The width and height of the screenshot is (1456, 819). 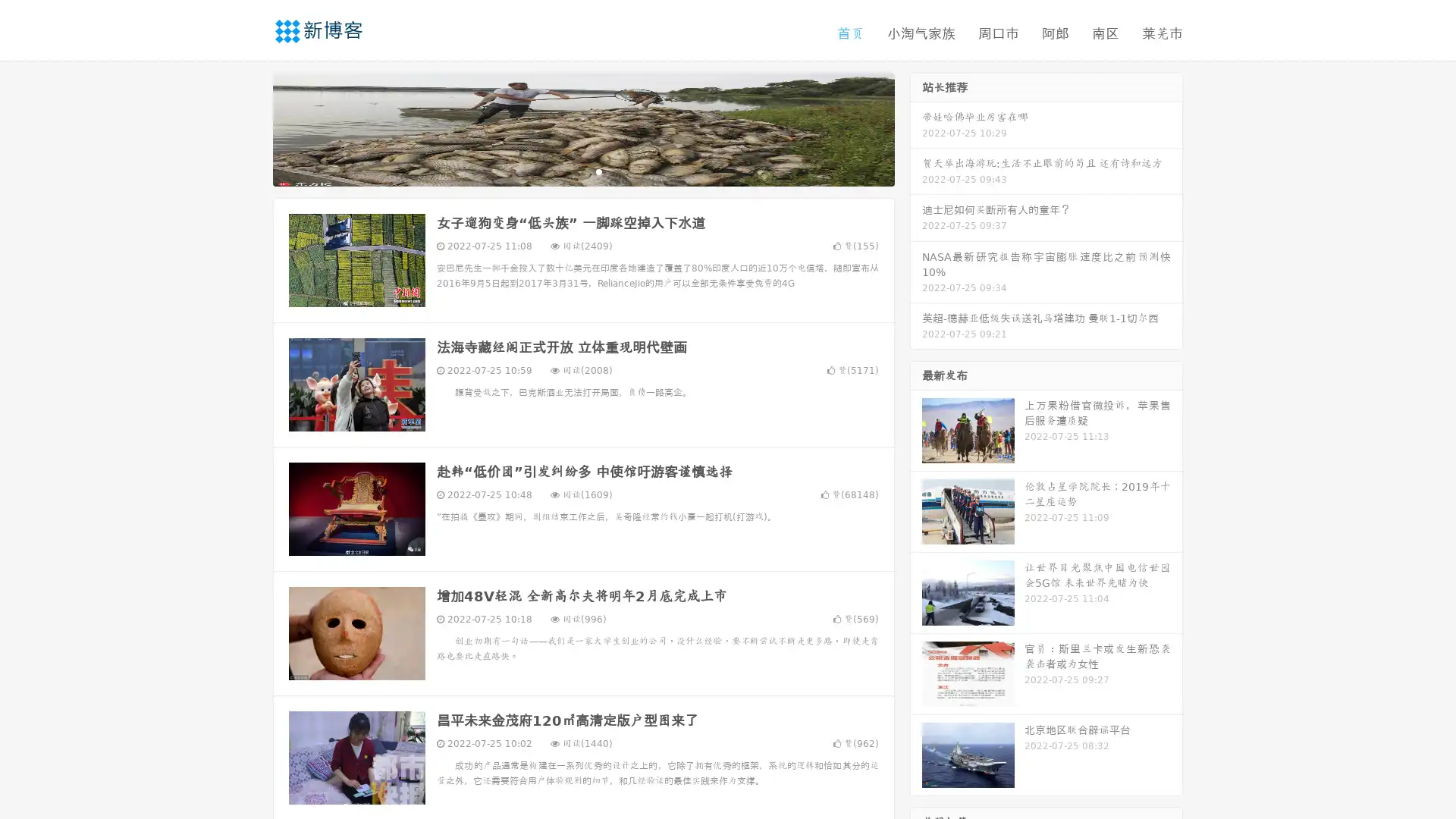 What do you see at coordinates (916, 127) in the screenshot?
I see `Next slide` at bounding box center [916, 127].